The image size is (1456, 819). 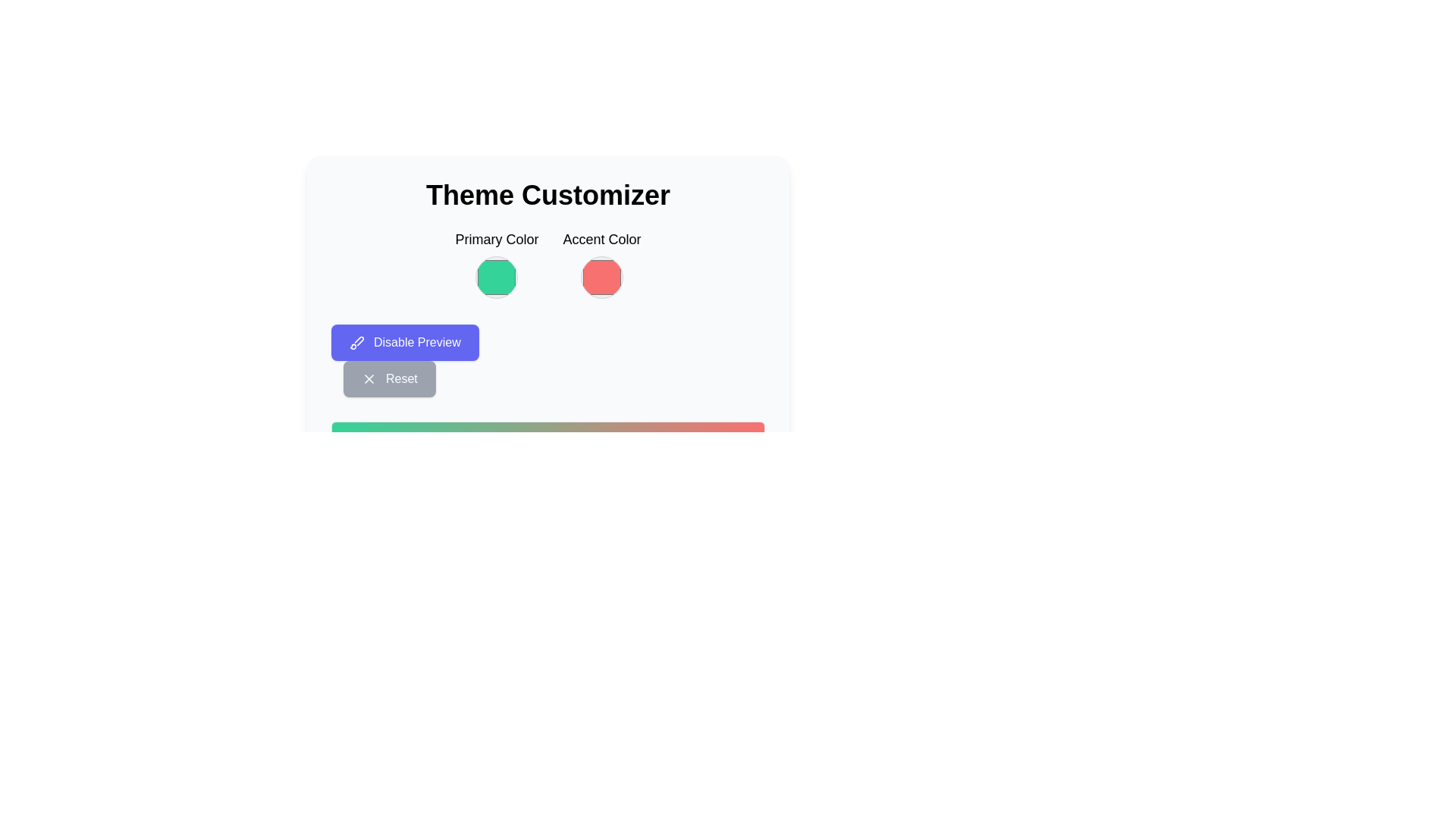 I want to click on the 'Reset' button, which is a rectangular button with a grayish background and a white 'X' icon to the left of the centered text, located below the 'Disable Preview' button, so click(x=389, y=378).